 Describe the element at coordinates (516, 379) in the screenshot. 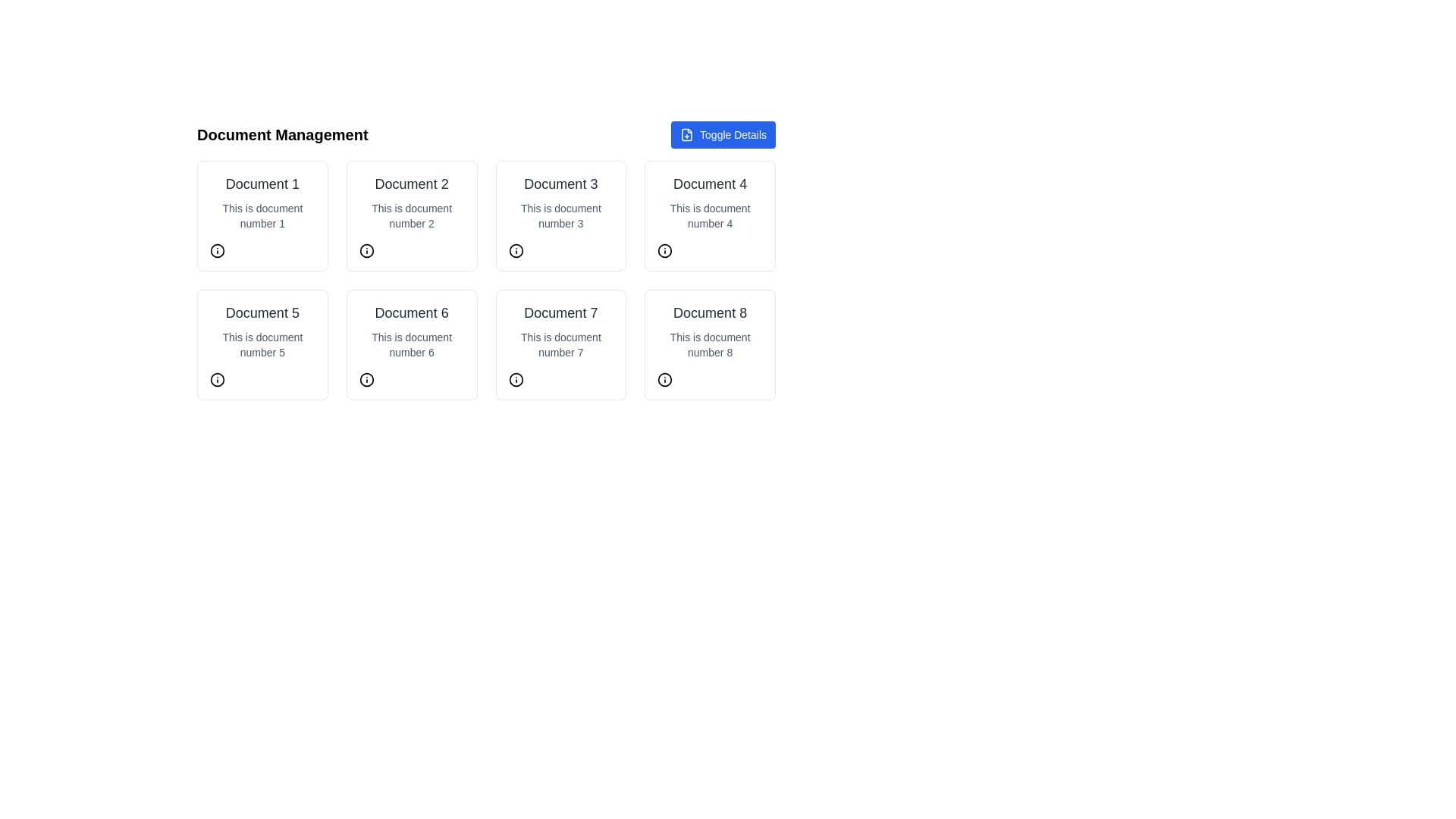

I see `the Info icon located at the bottom-right corner of the 'Document 7' card` at that location.